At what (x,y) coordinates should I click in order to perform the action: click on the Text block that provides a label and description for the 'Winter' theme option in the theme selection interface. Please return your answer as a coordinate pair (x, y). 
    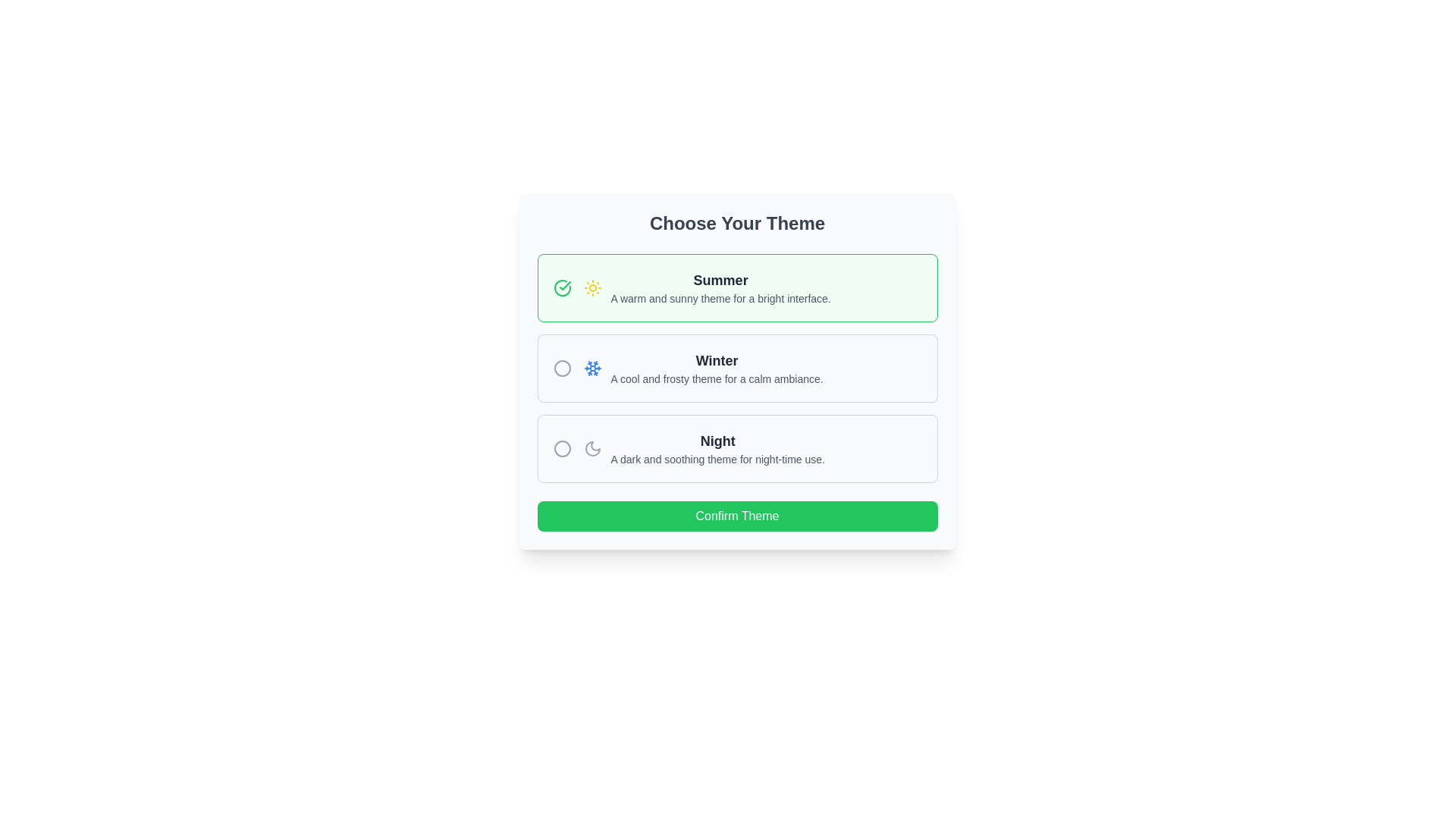
    Looking at the image, I should click on (702, 369).